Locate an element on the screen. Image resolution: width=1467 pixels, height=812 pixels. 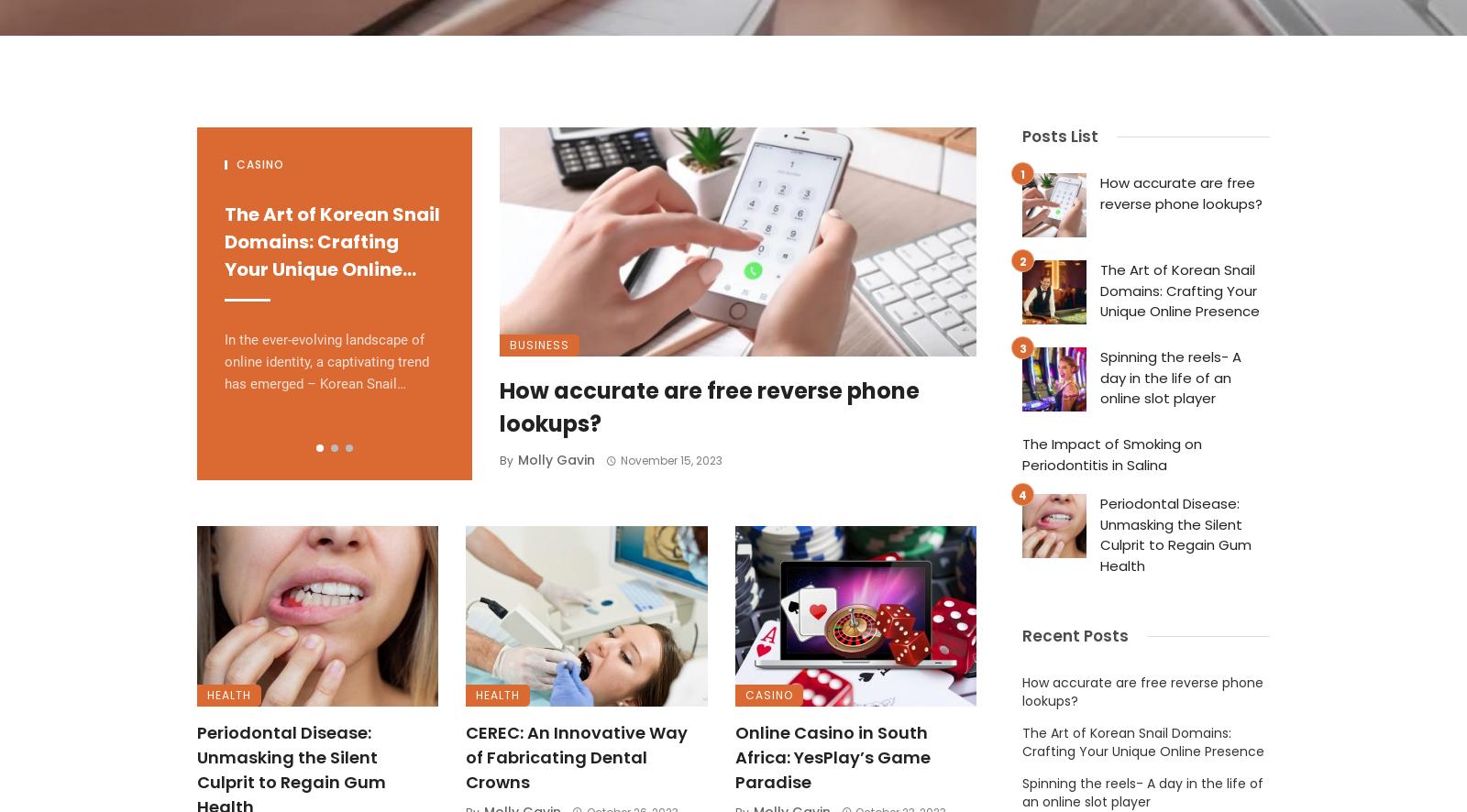
'Salina, Kansas, is a city that cherishes citizens’ health and well-being. It is known for its beautiful ...' is located at coordinates (883, 361).